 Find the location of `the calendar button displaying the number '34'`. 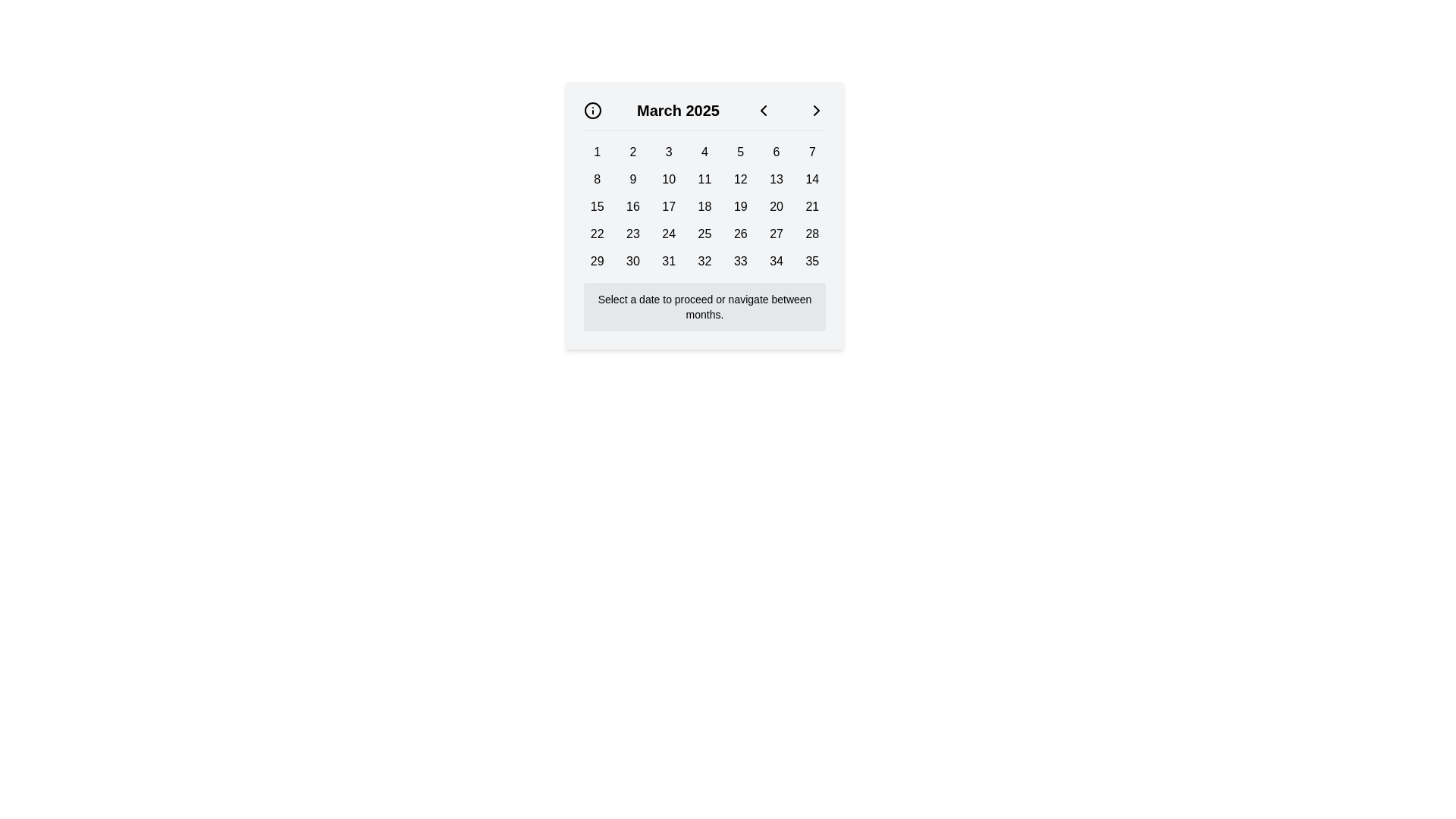

the calendar button displaying the number '34' is located at coordinates (777, 260).